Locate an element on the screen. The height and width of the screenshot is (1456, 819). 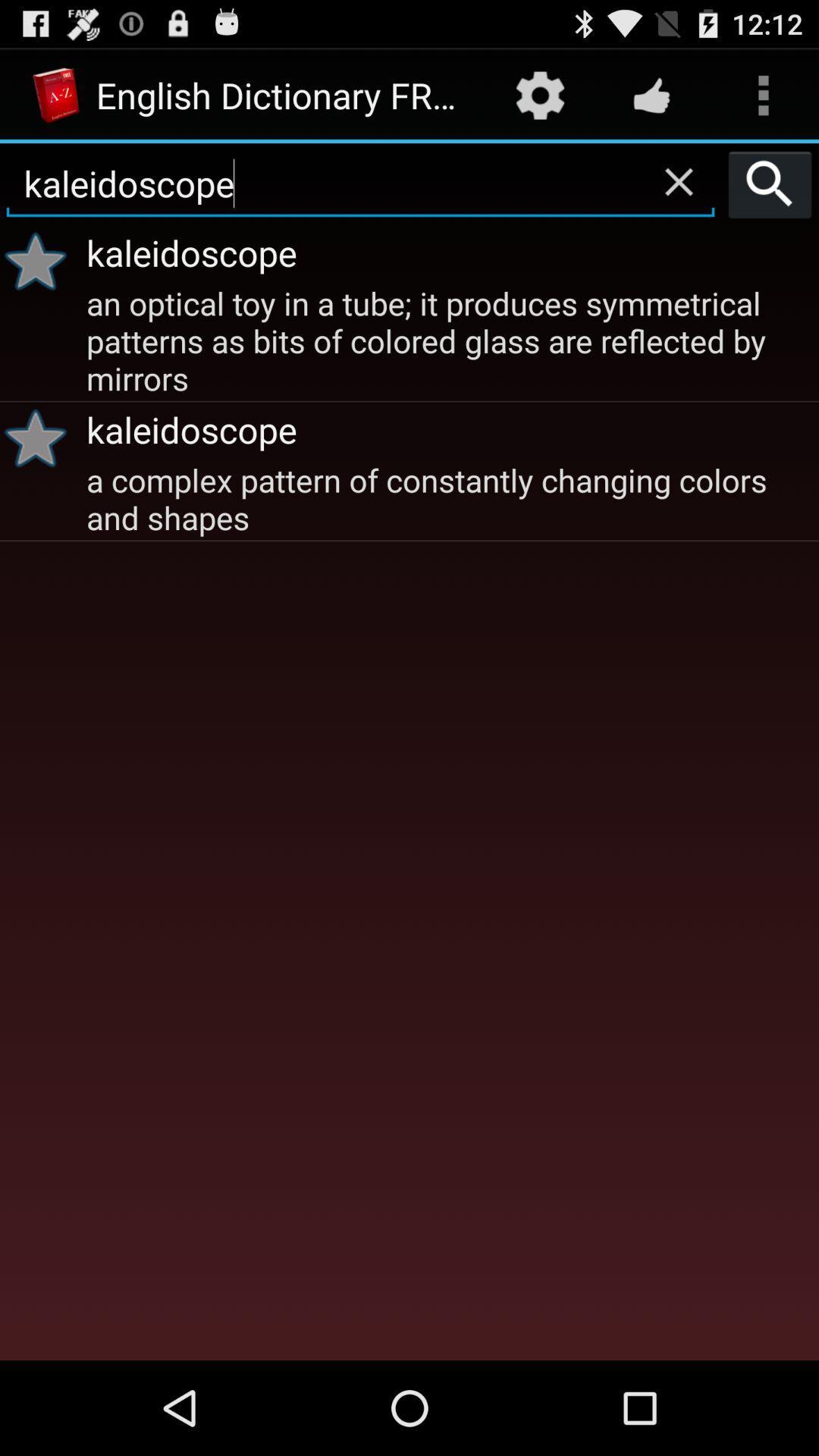
icon above the kaleidoscope app is located at coordinates (770, 184).